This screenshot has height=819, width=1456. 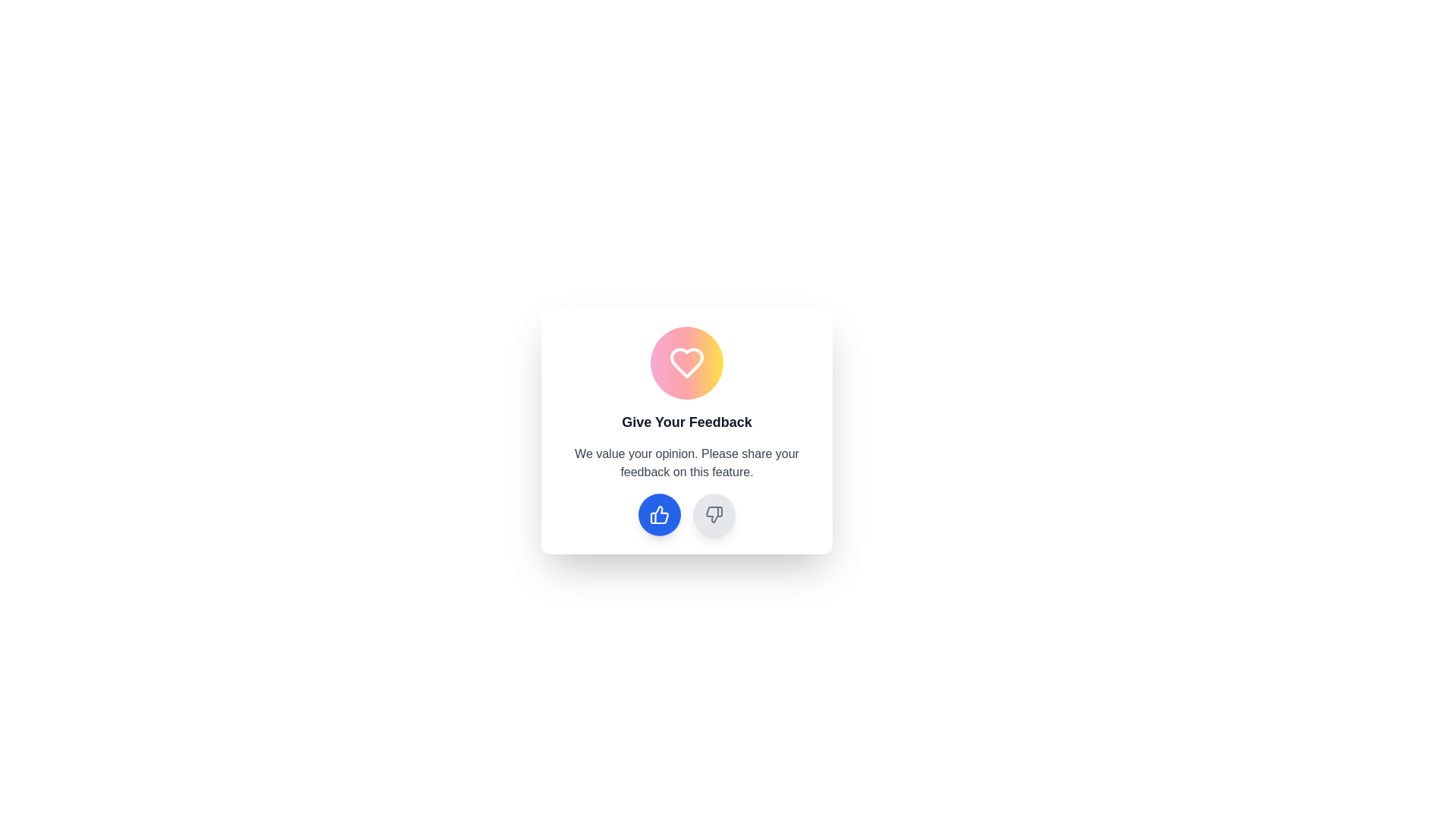 I want to click on the positive feedback button located under the 'Give Your Feedback' heading to observe the transition effect, so click(x=659, y=513).